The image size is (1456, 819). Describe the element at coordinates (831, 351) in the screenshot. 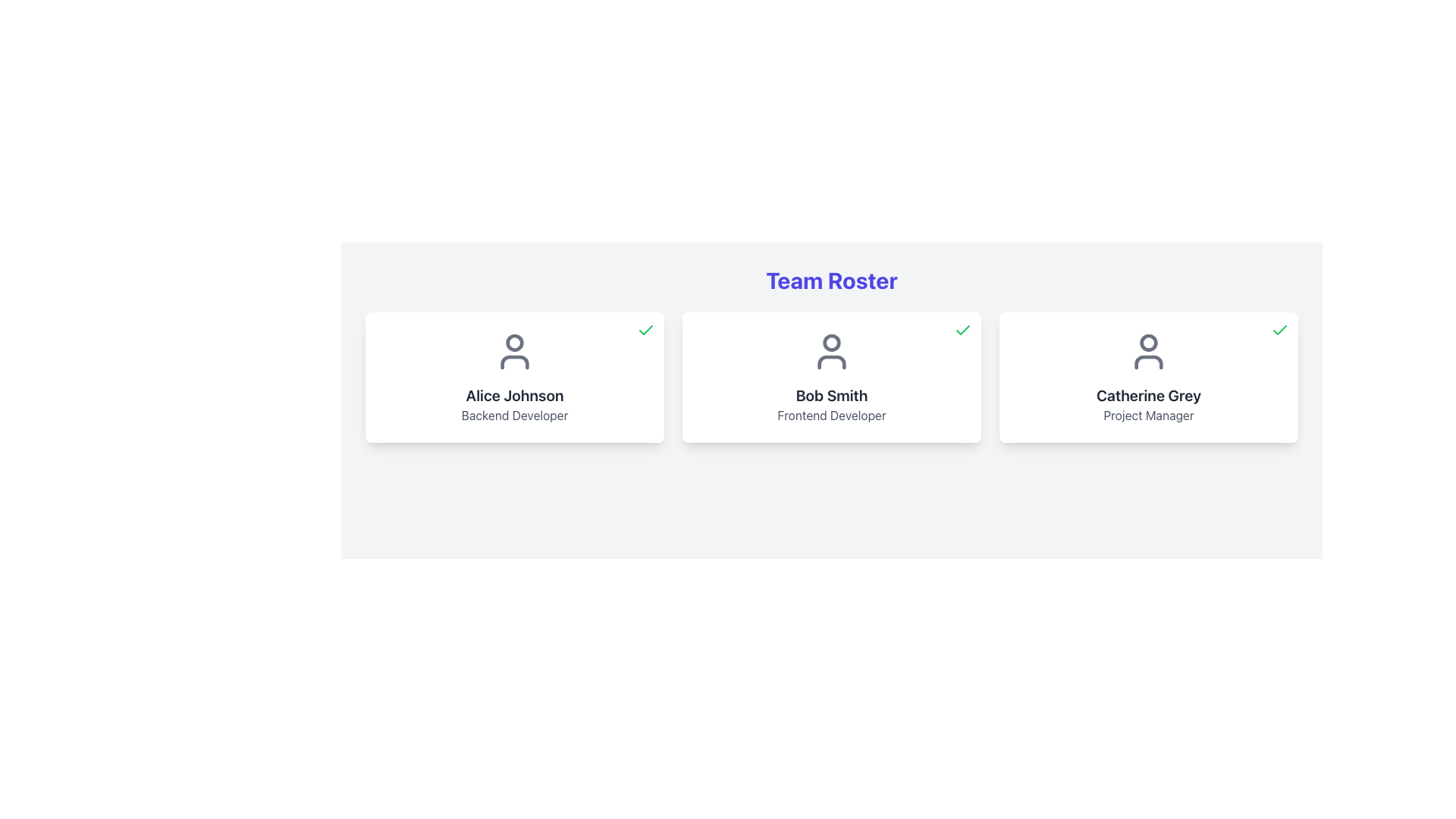

I see `the user profile icon representing 'Bob Smith', a Frontend Developer, located at the top-center of his card in the Team Roster section` at that location.